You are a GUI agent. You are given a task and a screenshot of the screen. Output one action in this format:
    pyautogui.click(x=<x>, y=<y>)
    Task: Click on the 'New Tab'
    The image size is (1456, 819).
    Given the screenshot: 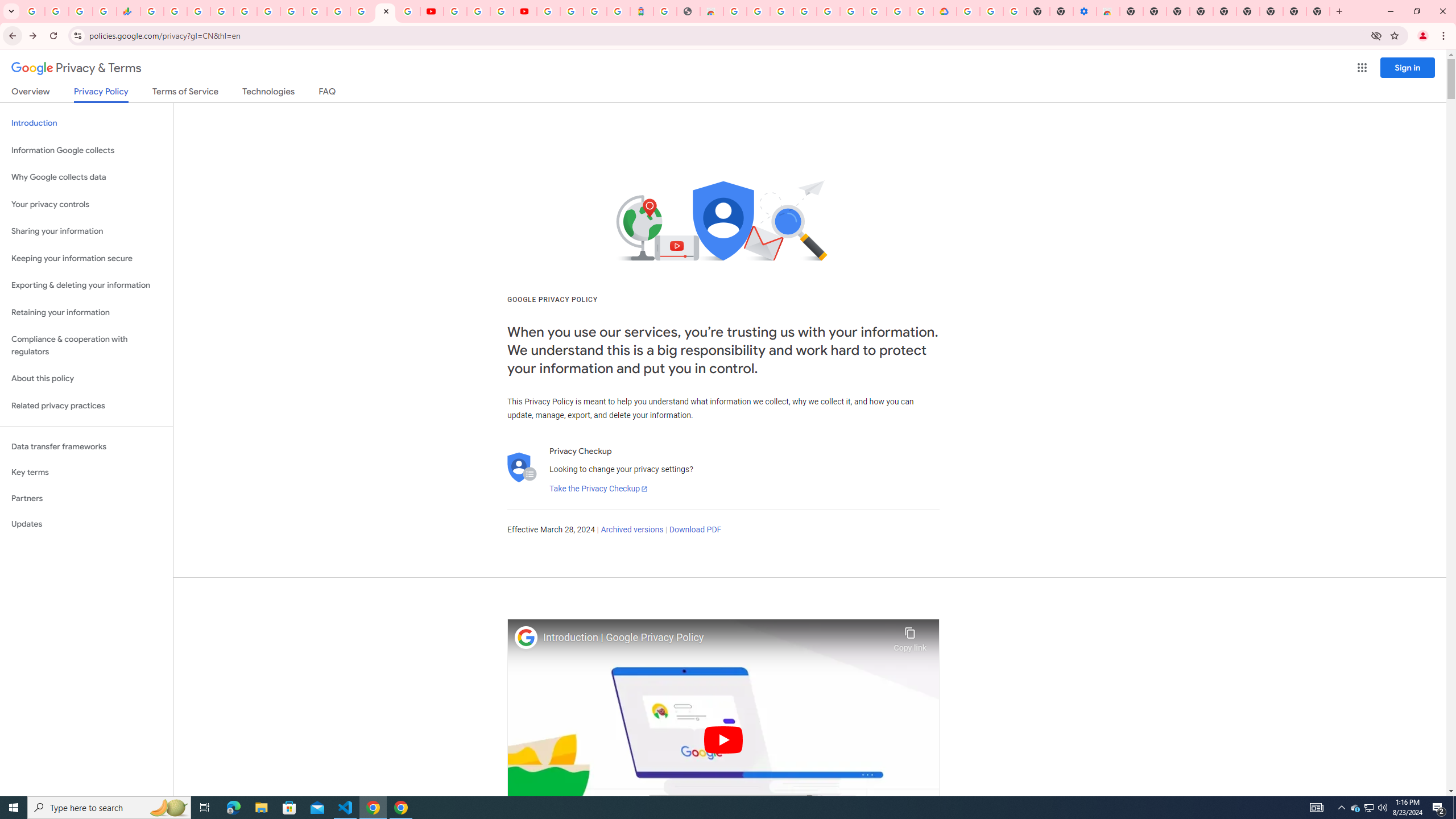 What is the action you would take?
    pyautogui.click(x=1318, y=11)
    